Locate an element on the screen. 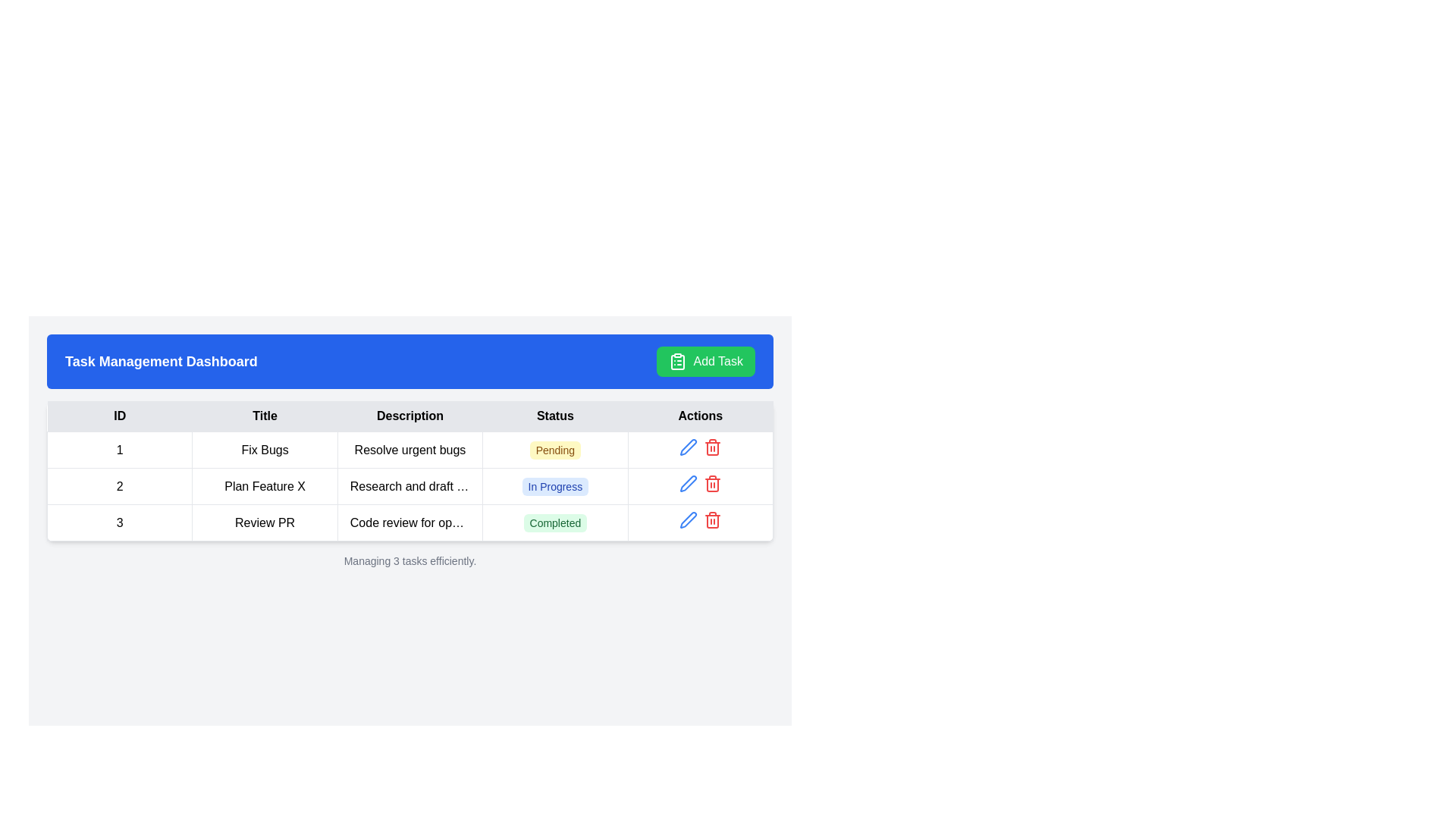 Image resolution: width=1456 pixels, height=819 pixels. the status indicator in the 'Status' column of the second row is located at coordinates (554, 486).